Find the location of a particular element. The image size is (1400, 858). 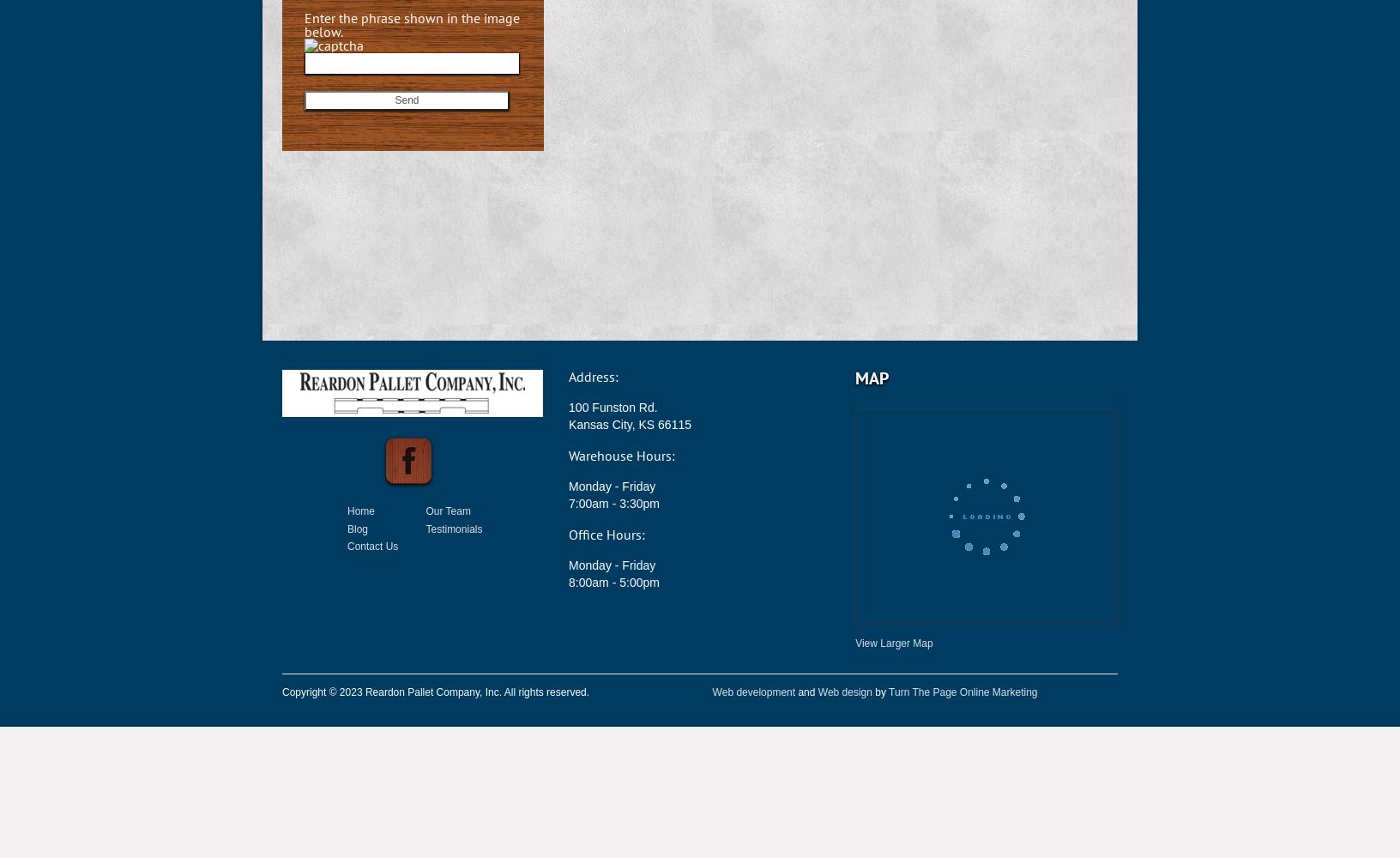

'Testimonials' is located at coordinates (453, 528).